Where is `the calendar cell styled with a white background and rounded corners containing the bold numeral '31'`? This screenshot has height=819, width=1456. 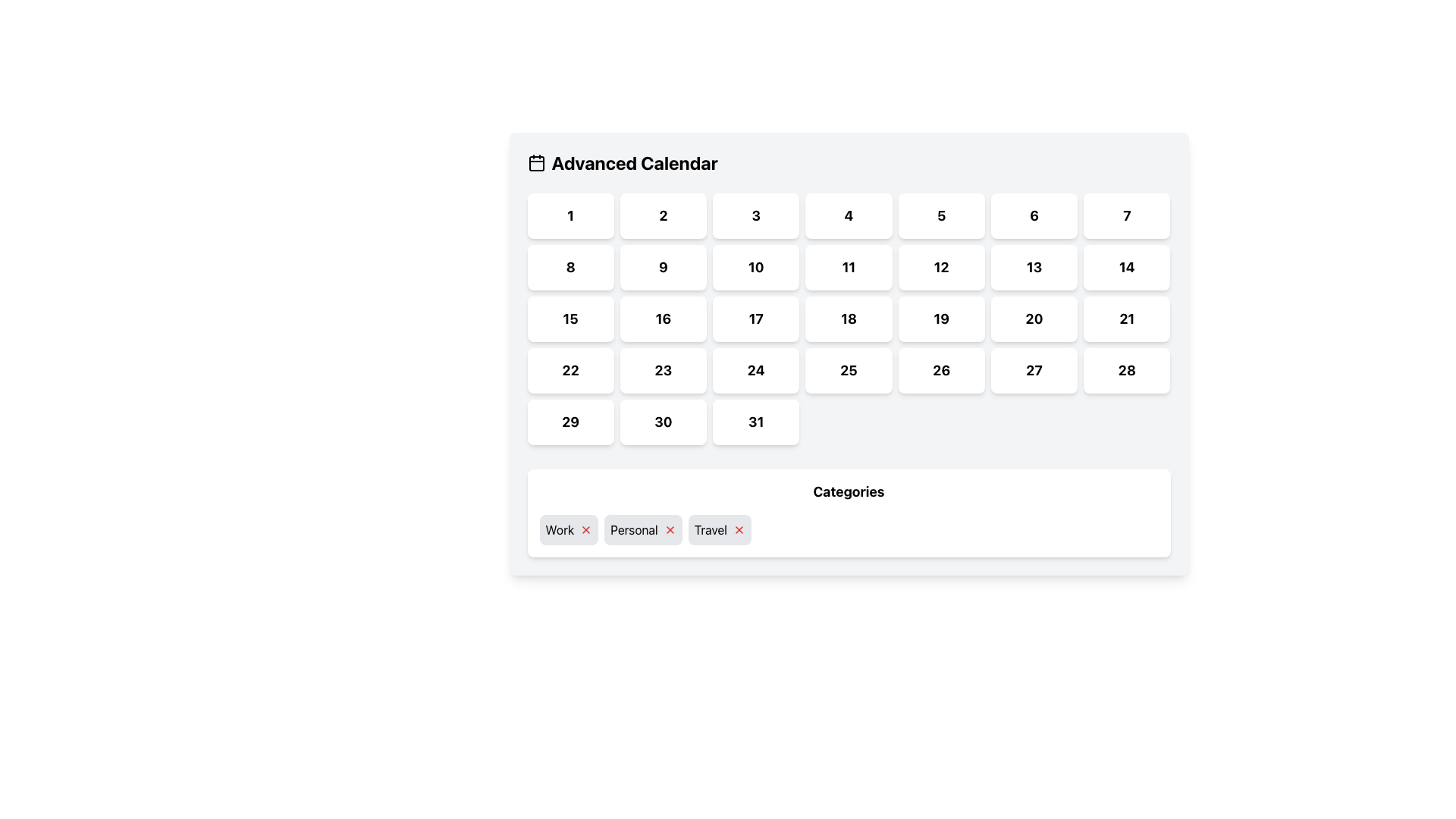
the calendar cell styled with a white background and rounded corners containing the bold numeral '31' is located at coordinates (756, 422).